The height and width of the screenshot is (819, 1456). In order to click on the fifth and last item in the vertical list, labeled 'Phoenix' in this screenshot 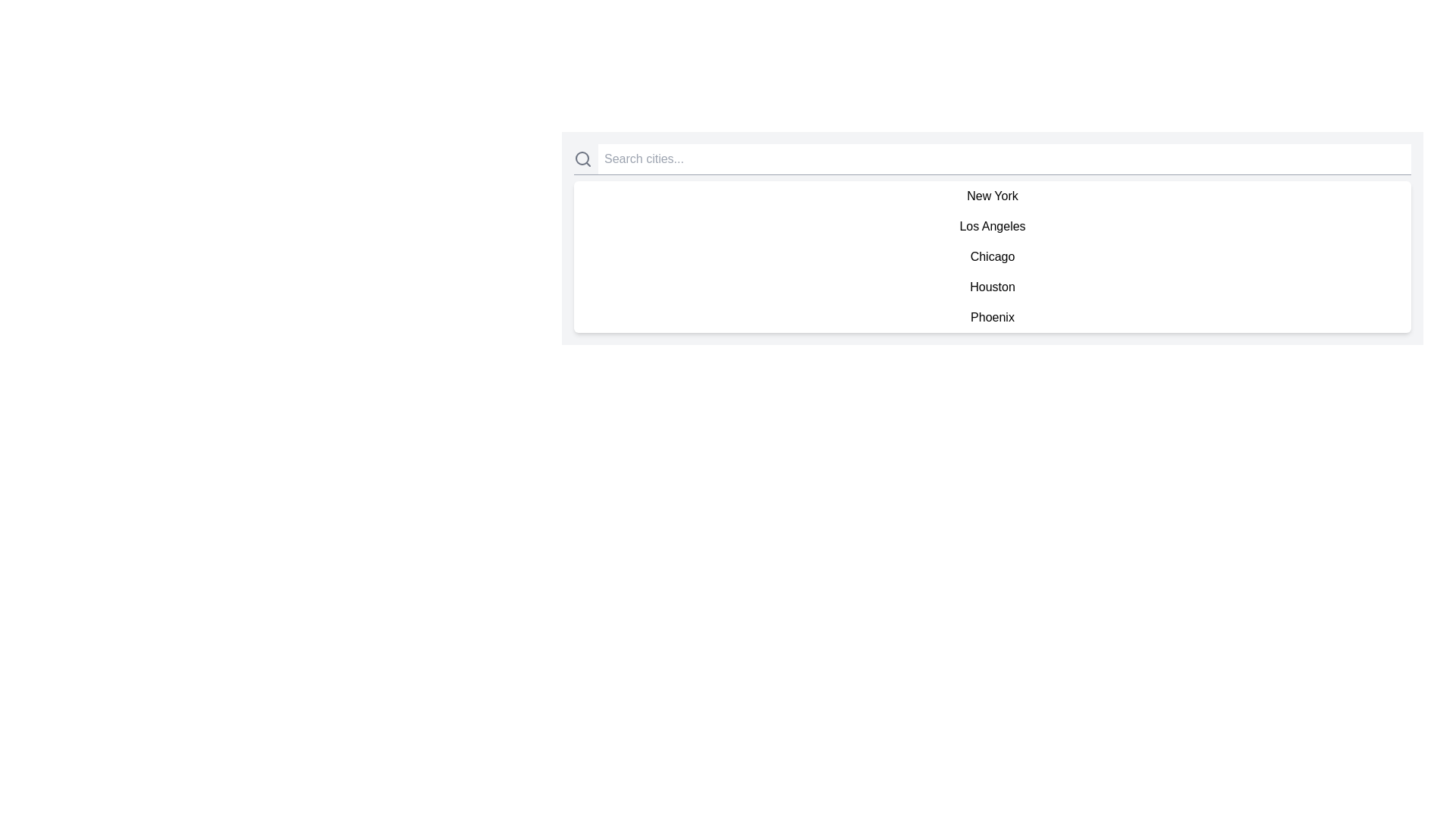, I will do `click(993, 317)`.